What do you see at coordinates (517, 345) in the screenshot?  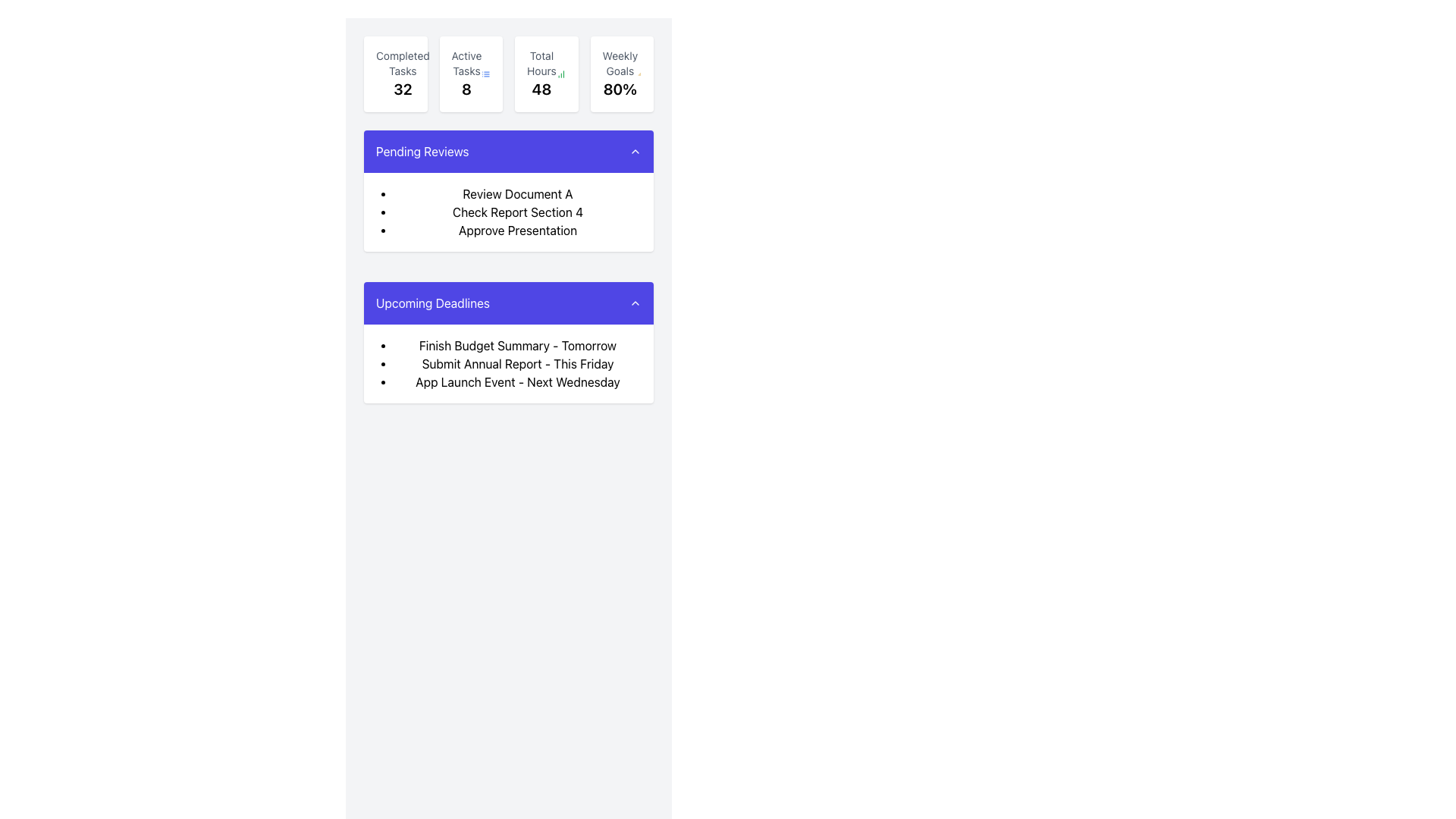 I see `the static text 'Finish Budget Summary - Tomorrow' located in the 'Upcoming Deadlines' section, which is the first item in the bullet-point list under the purple-colored heading bar` at bounding box center [517, 345].